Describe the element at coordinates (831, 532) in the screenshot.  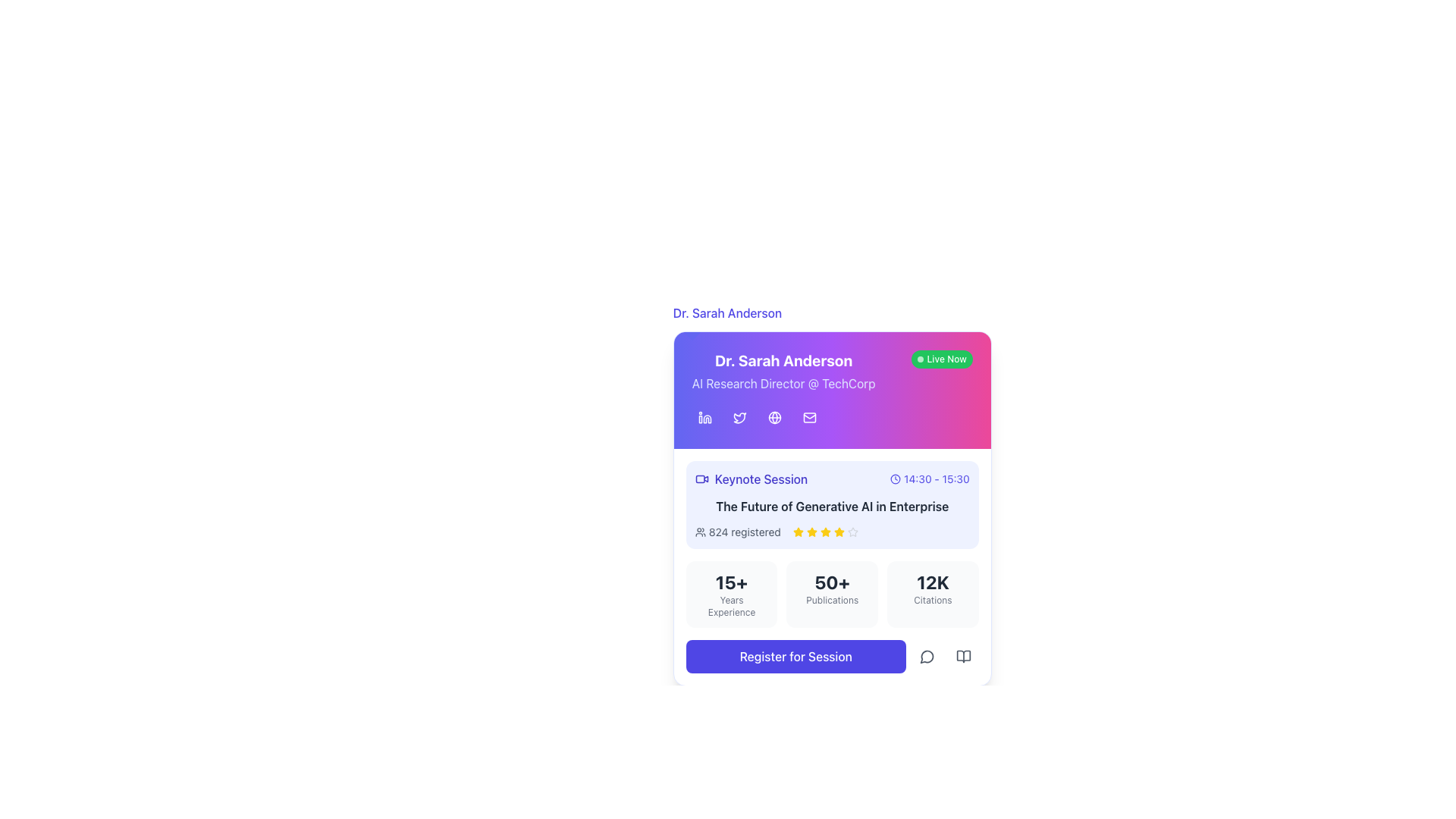
I see `the Information display element that shows the number of users registered (824) and the visual rating (4 out of 5 stars) located at the bottom center of the 'Keynote Session' block` at that location.